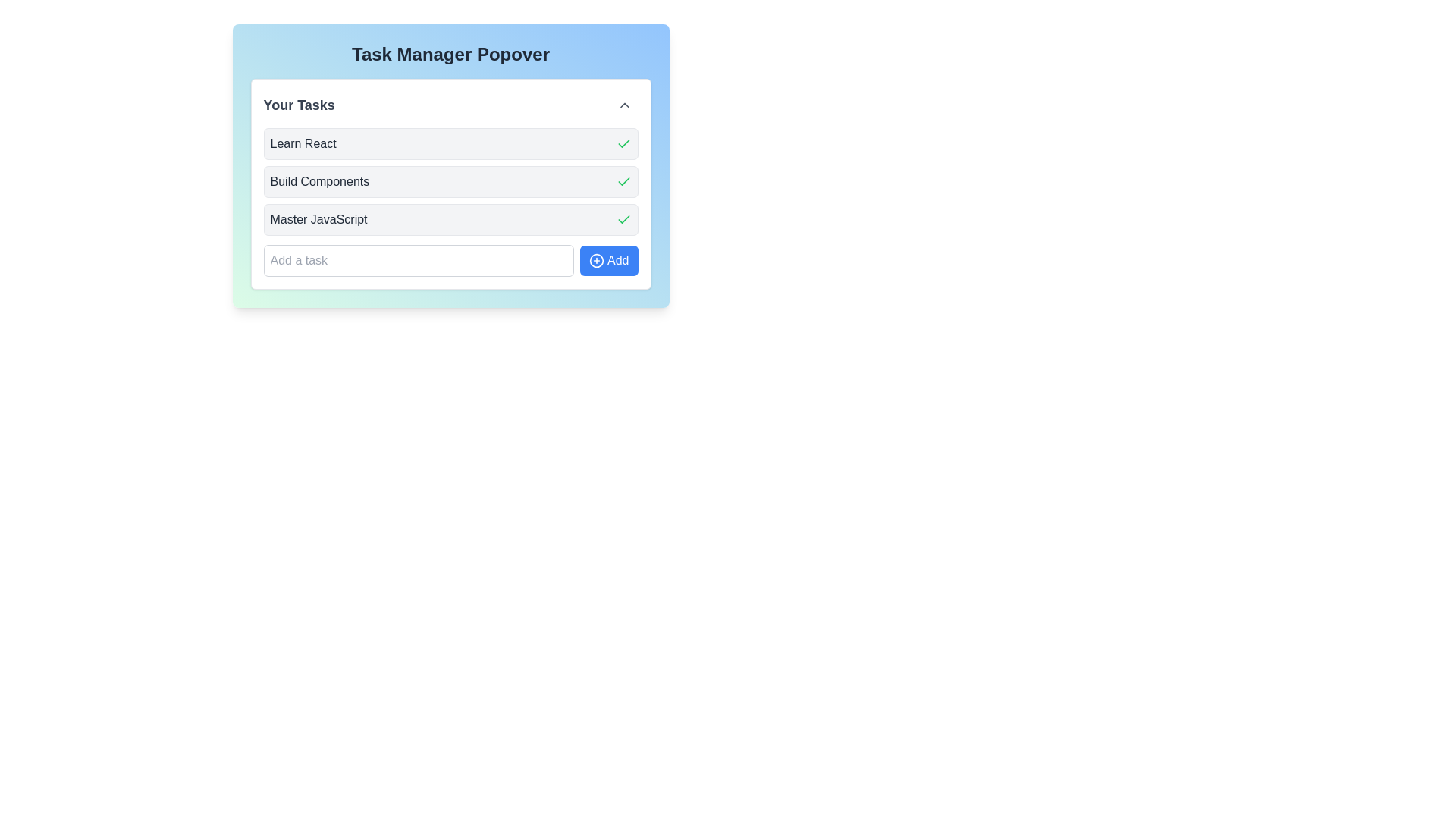 The image size is (1456, 819). I want to click on the button located in the upper-right corner of the white task area box, so click(624, 104).